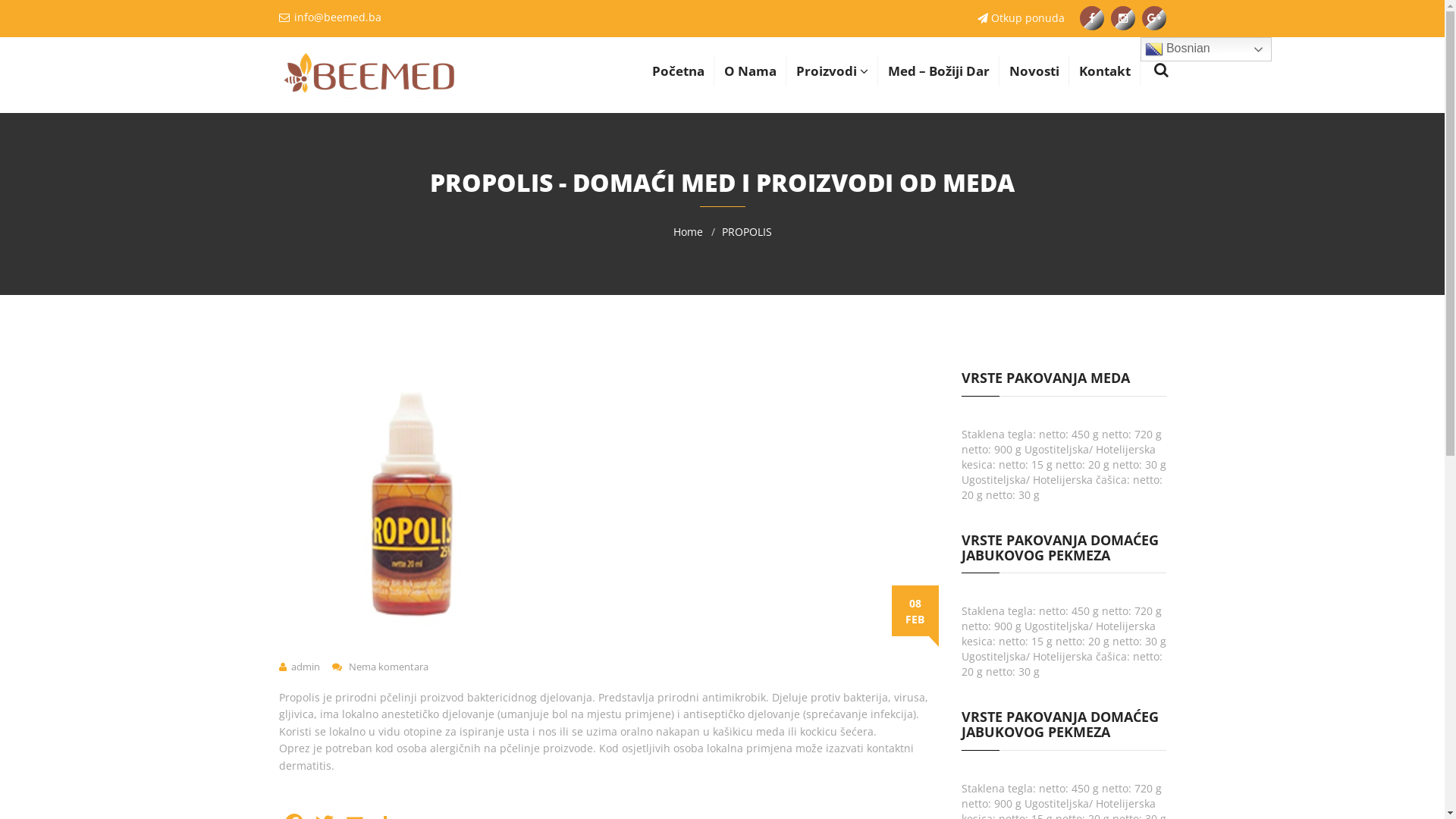 This screenshot has width=1456, height=819. Describe the element at coordinates (1105, 71) in the screenshot. I see `'Kontakt'` at that location.